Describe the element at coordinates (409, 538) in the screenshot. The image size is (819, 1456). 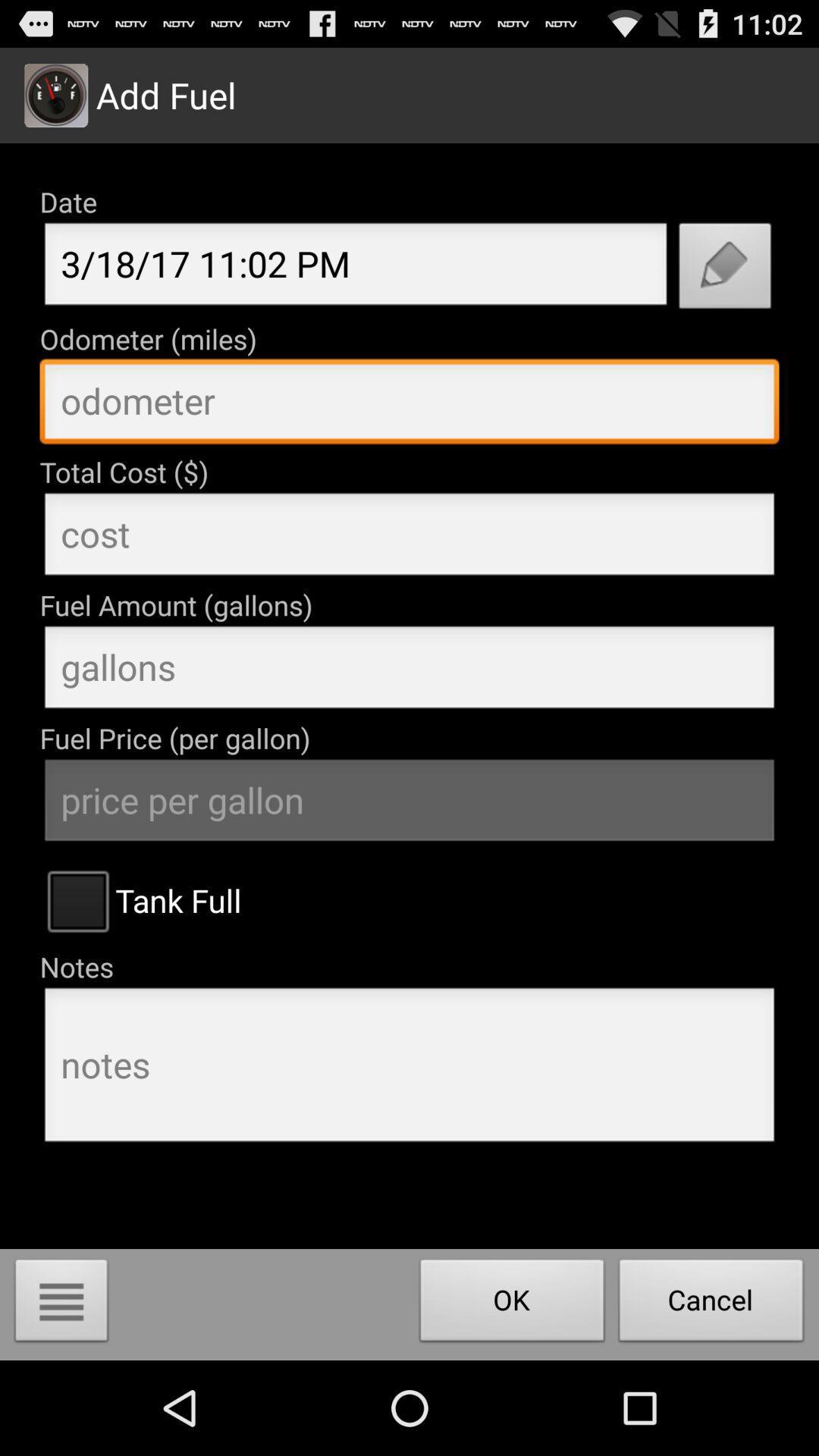
I see `insert cost` at that location.